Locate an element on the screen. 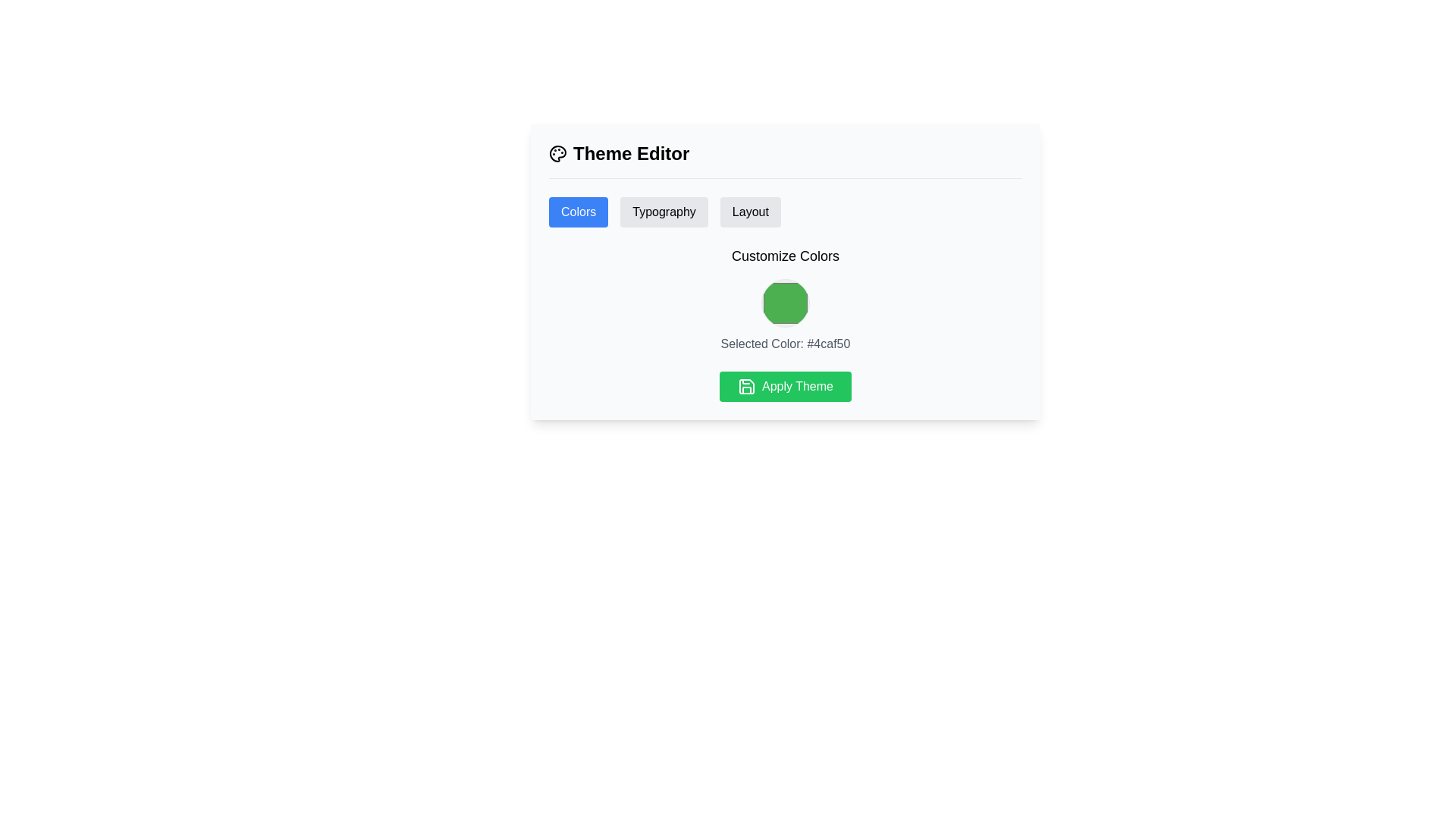 The width and height of the screenshot is (1456, 819). the green button labeled 'Apply Theme' located at the center of the Theme Editor card to apply the theme is located at coordinates (786, 385).